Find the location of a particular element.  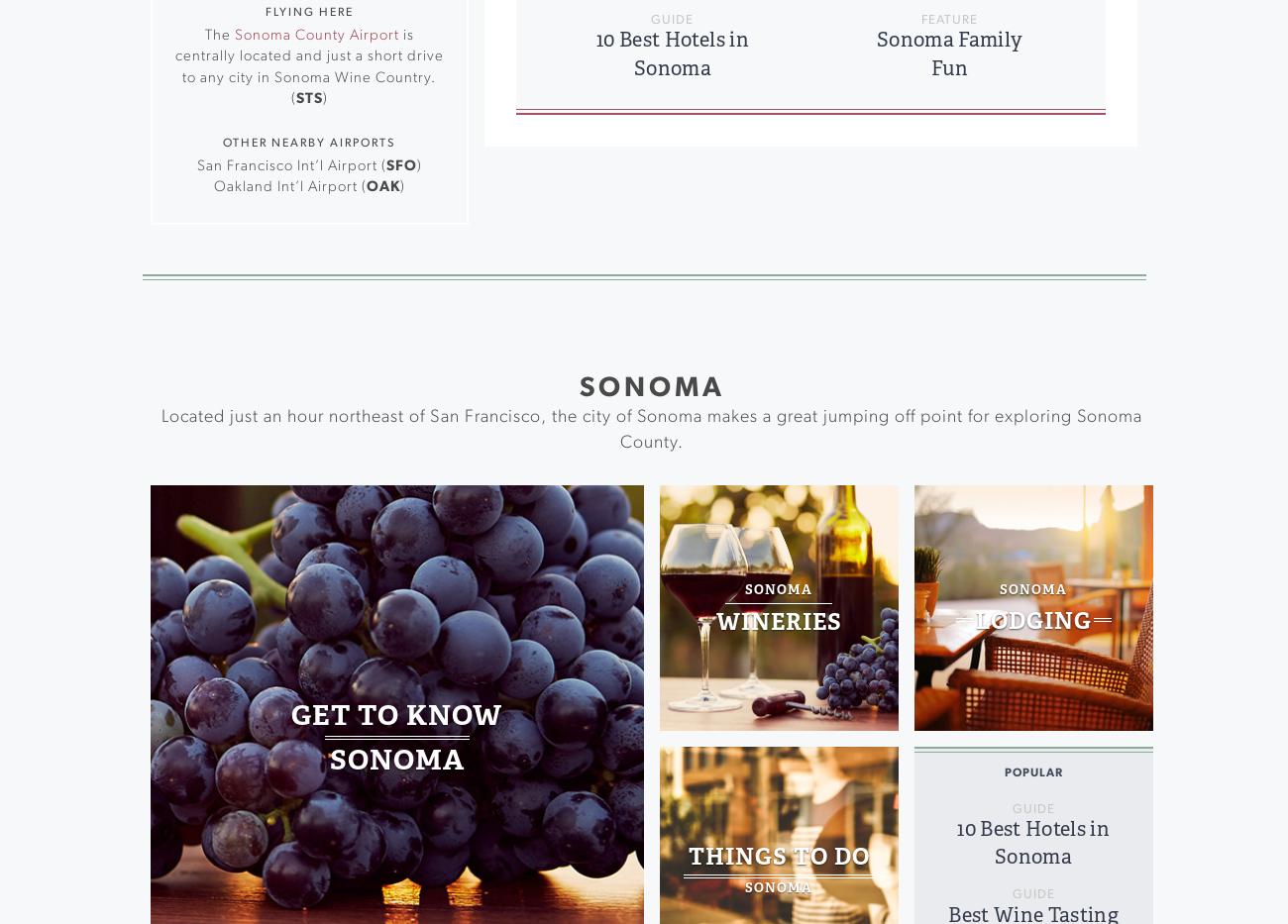

'Site Map' is located at coordinates (729, 188).